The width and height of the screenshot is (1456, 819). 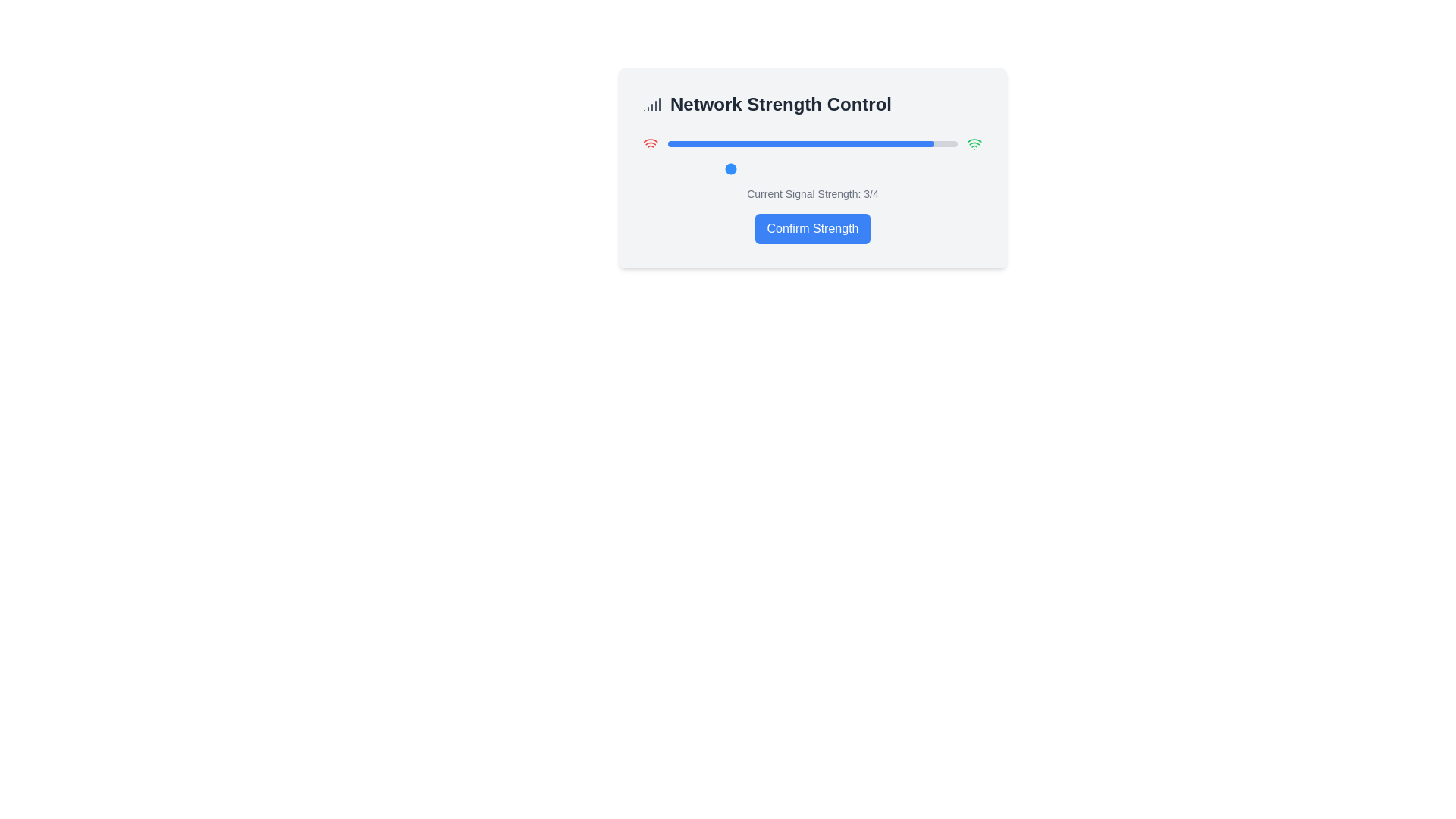 I want to click on 'Confirm Strength' button to confirm the selected network strength, so click(x=811, y=228).